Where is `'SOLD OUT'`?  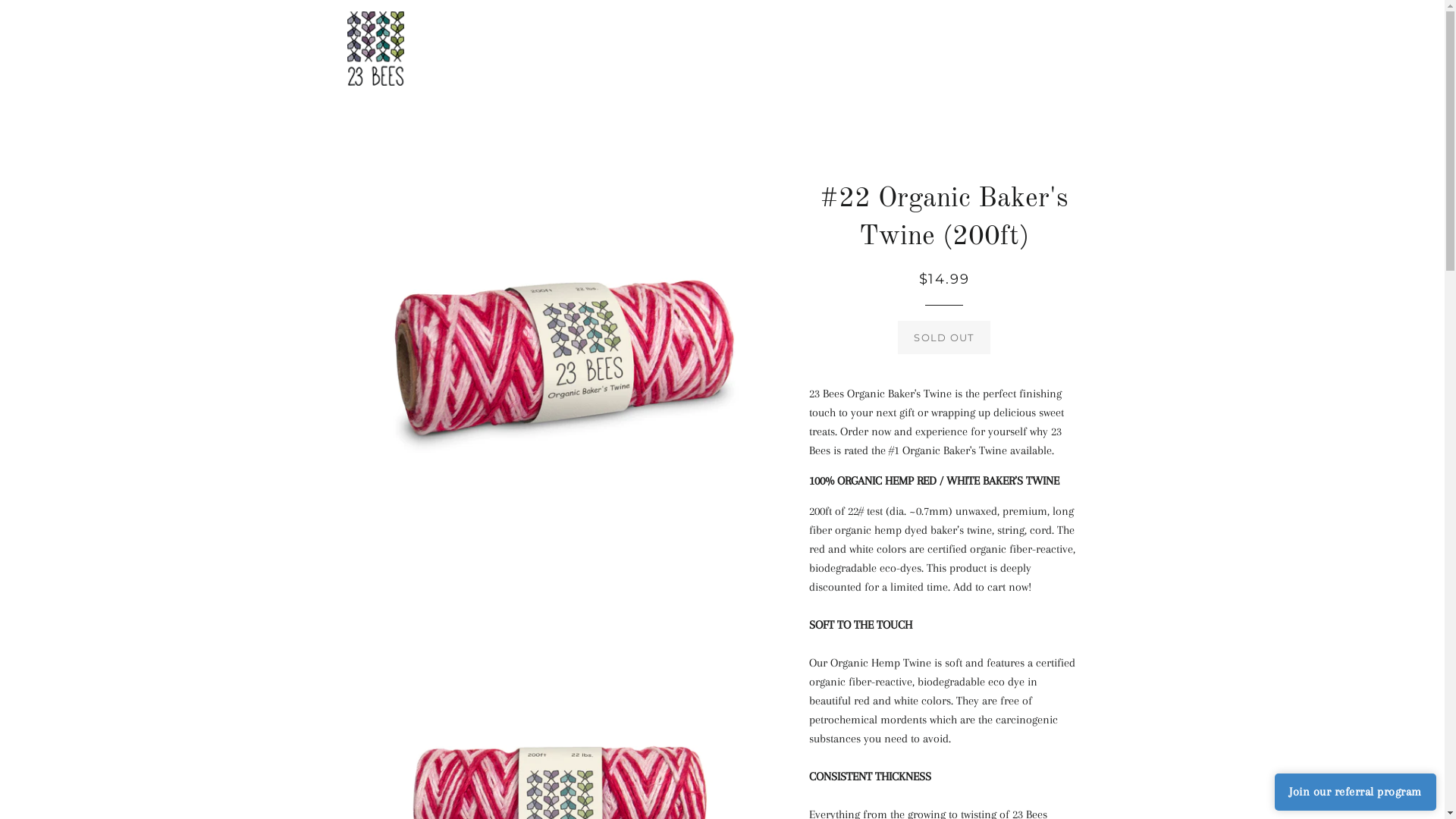 'SOLD OUT' is located at coordinates (943, 336).